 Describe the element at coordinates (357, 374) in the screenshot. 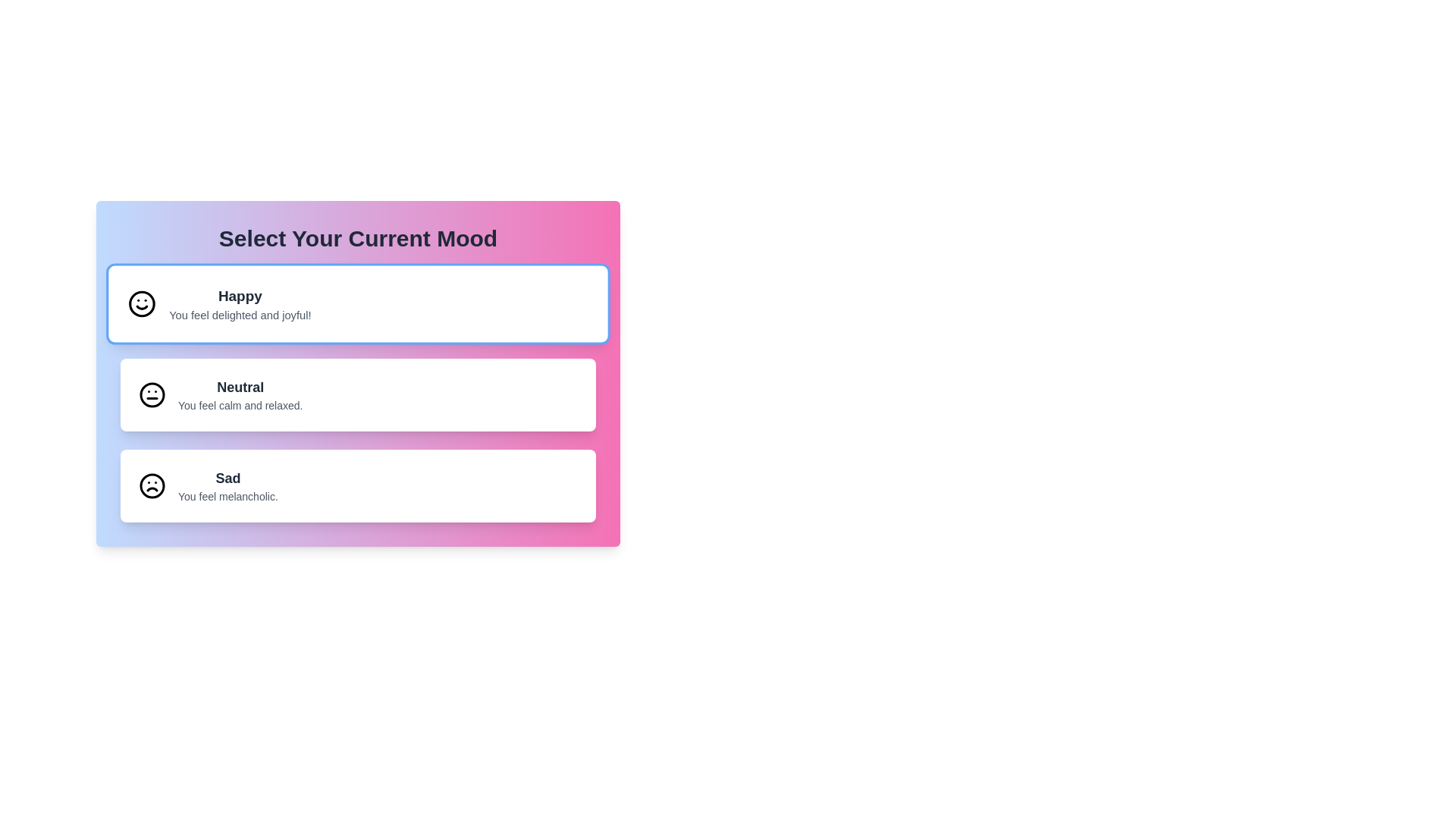

I see `the 'Neutral' mood option in the selectable list item with a gradient background, located in the middle of the mood-selector options` at that location.